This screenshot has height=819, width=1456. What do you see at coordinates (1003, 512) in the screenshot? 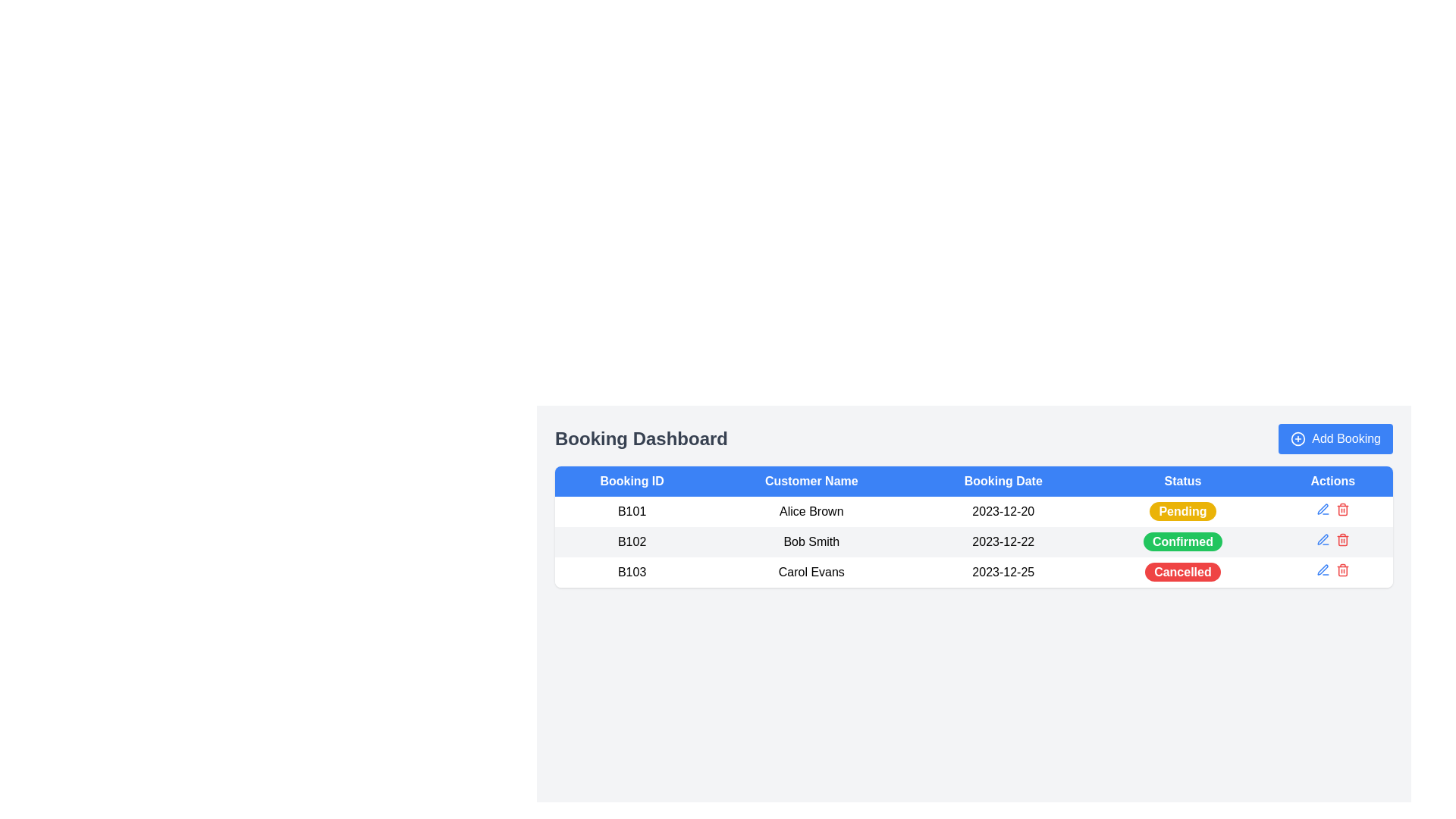
I see `the static text element displaying the date '2023-12-20' in the third column of the first row of the table` at bounding box center [1003, 512].